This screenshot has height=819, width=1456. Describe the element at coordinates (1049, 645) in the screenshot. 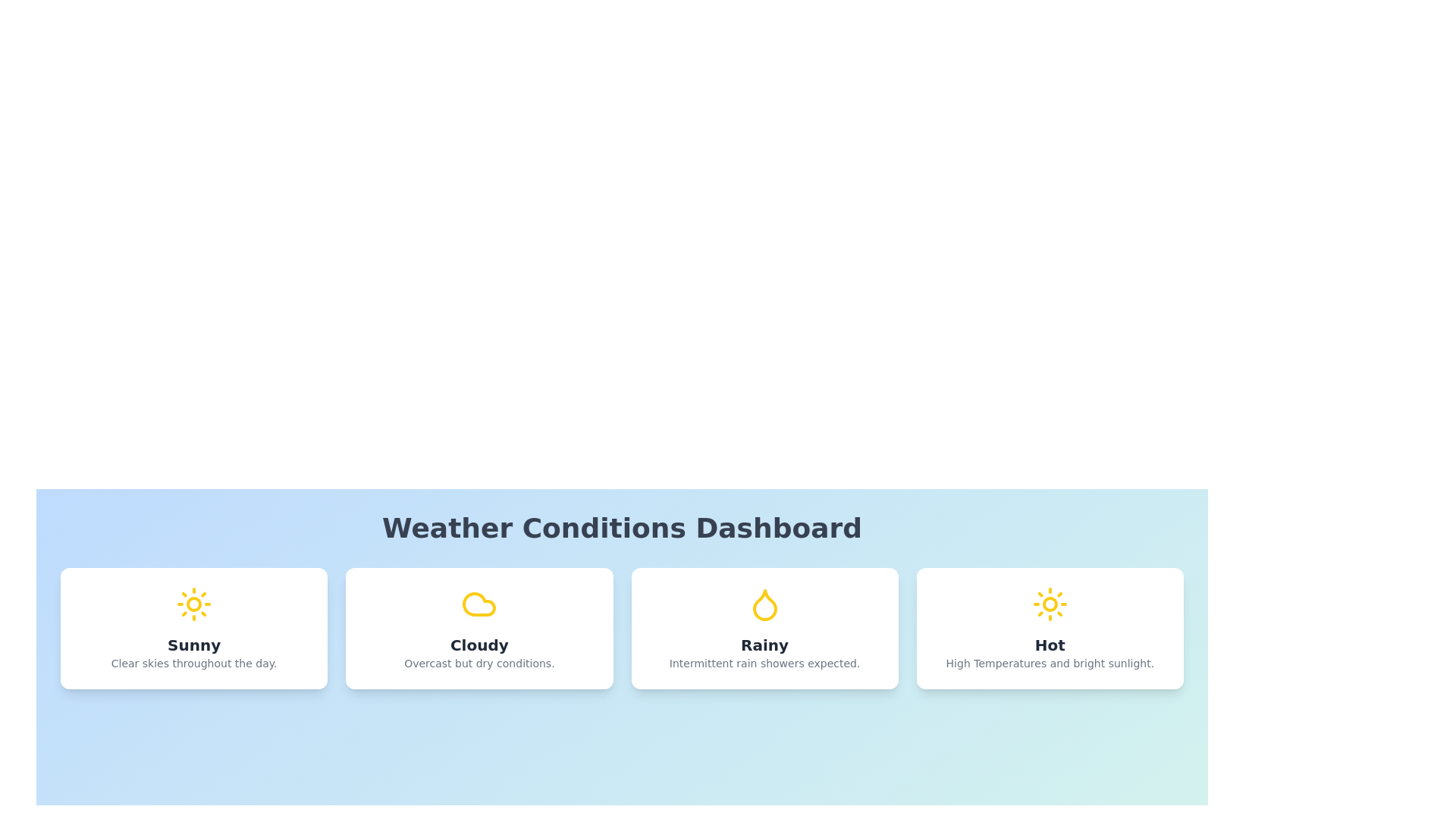

I see `label displaying the word 'Hot' in bold text, located in the fourth card from the left in the bottom row of the interface` at that location.